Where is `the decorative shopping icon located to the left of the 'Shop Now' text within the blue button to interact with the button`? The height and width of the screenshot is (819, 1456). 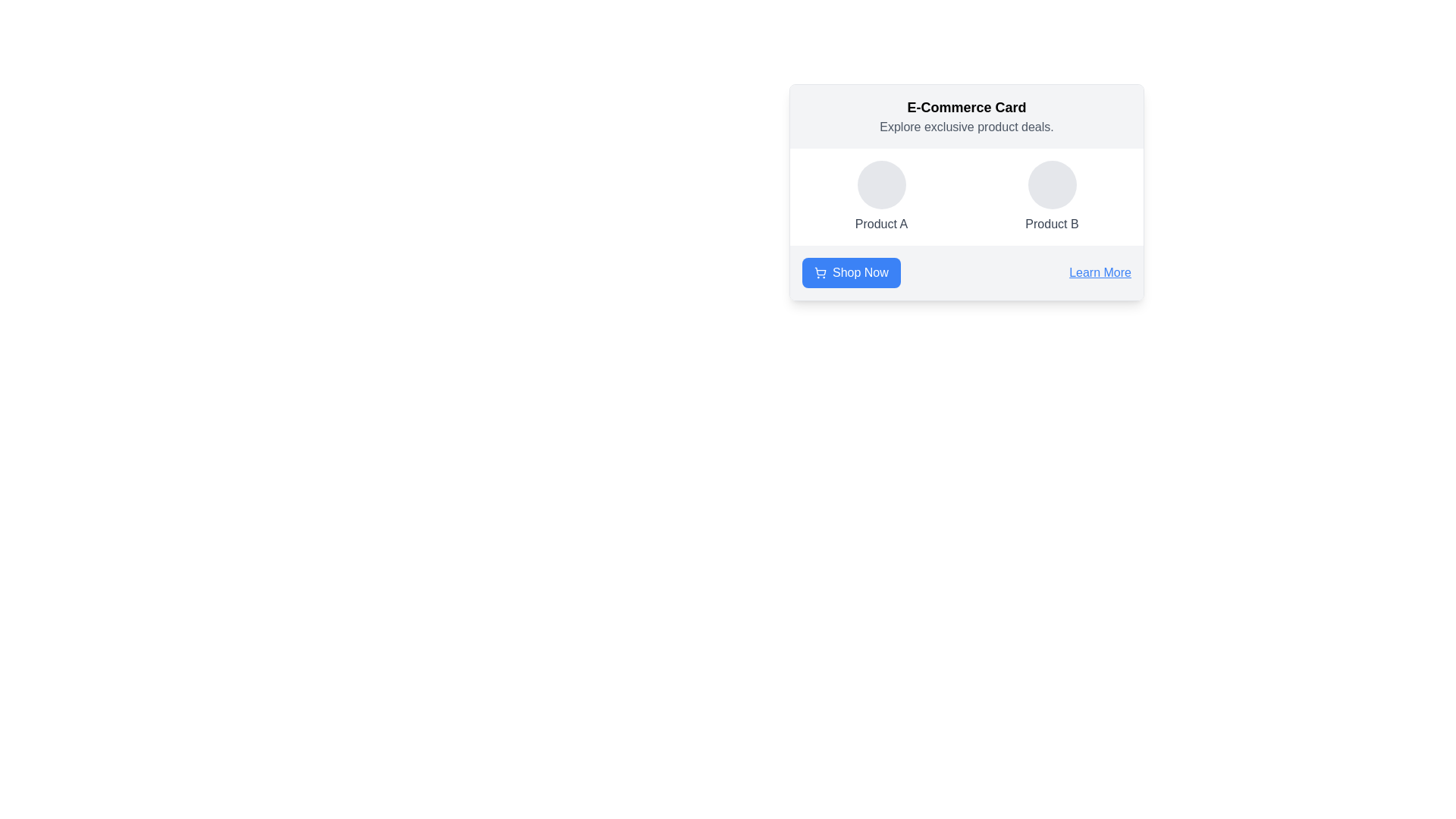 the decorative shopping icon located to the left of the 'Shop Now' text within the blue button to interact with the button is located at coordinates (819, 271).